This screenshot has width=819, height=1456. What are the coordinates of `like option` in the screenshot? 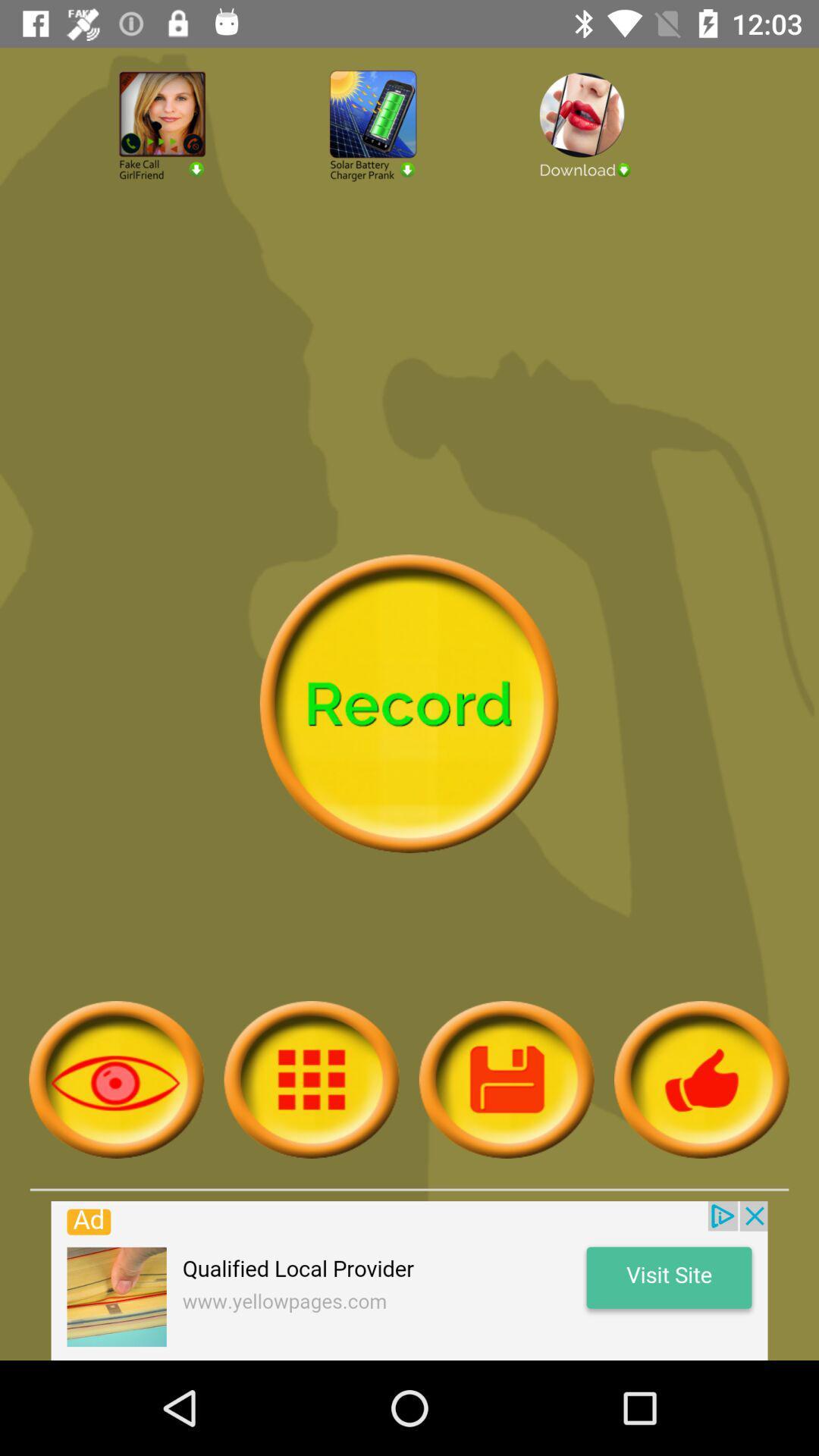 It's located at (701, 1078).